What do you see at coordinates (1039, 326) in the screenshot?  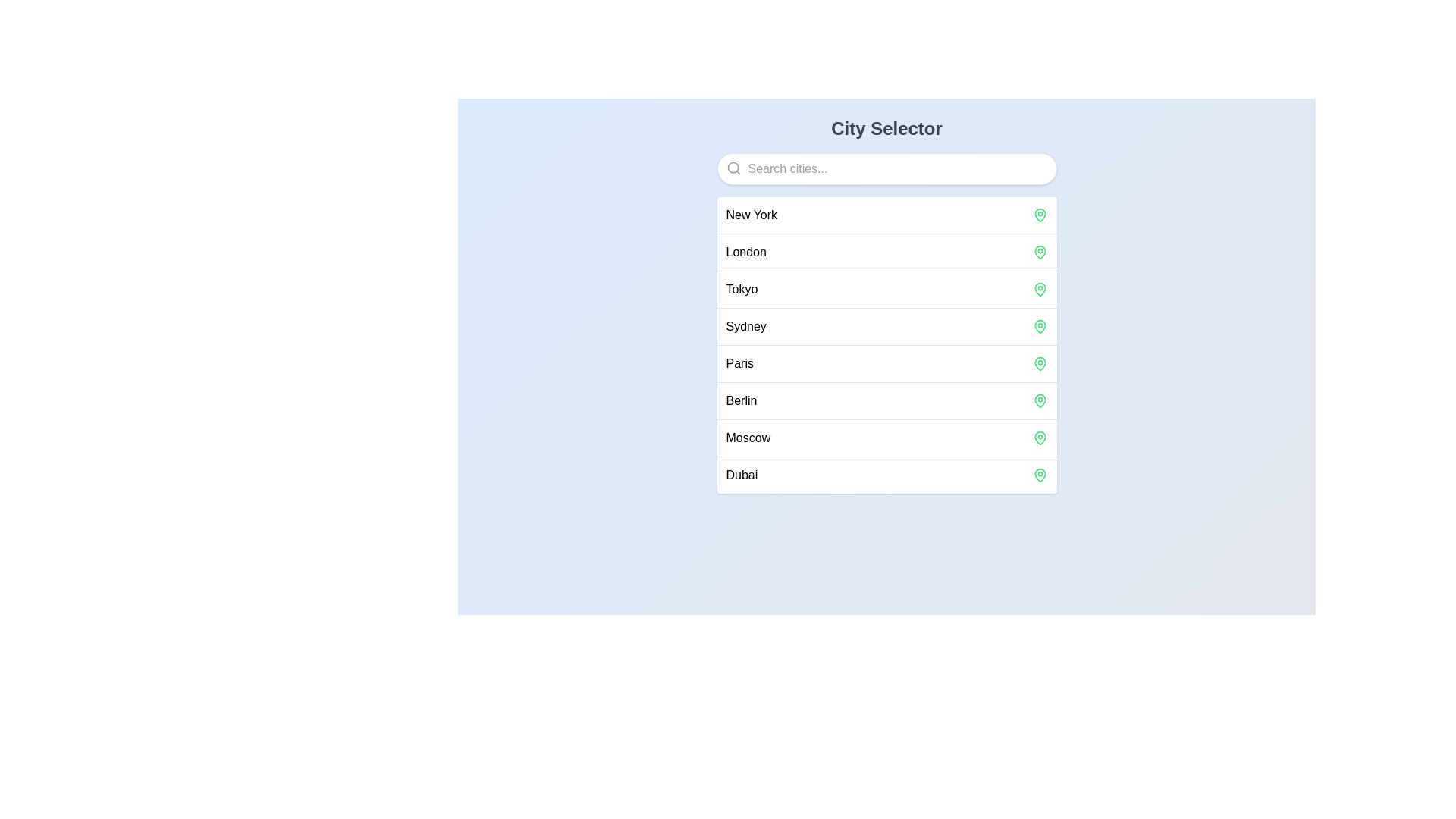 I see `the green outline of the map pin icon located beside the text 'Sydney' in the fourth row of the city list` at bounding box center [1039, 326].